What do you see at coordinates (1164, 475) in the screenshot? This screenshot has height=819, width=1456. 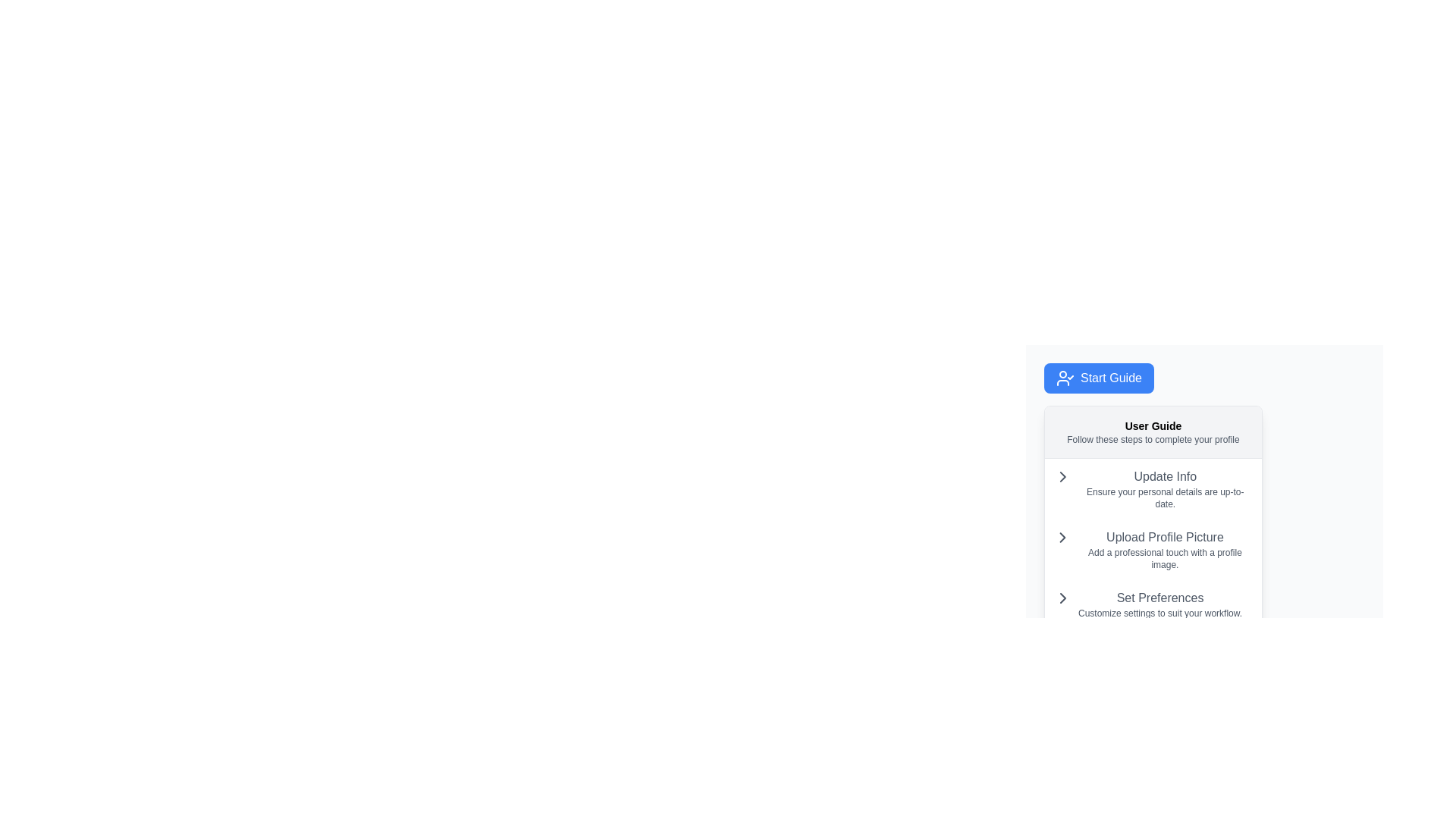 I see `the 'Update Info' text label, which is a bold title positioned fourth in a list-style section, immediately below 'Start Guide'` at bounding box center [1164, 475].